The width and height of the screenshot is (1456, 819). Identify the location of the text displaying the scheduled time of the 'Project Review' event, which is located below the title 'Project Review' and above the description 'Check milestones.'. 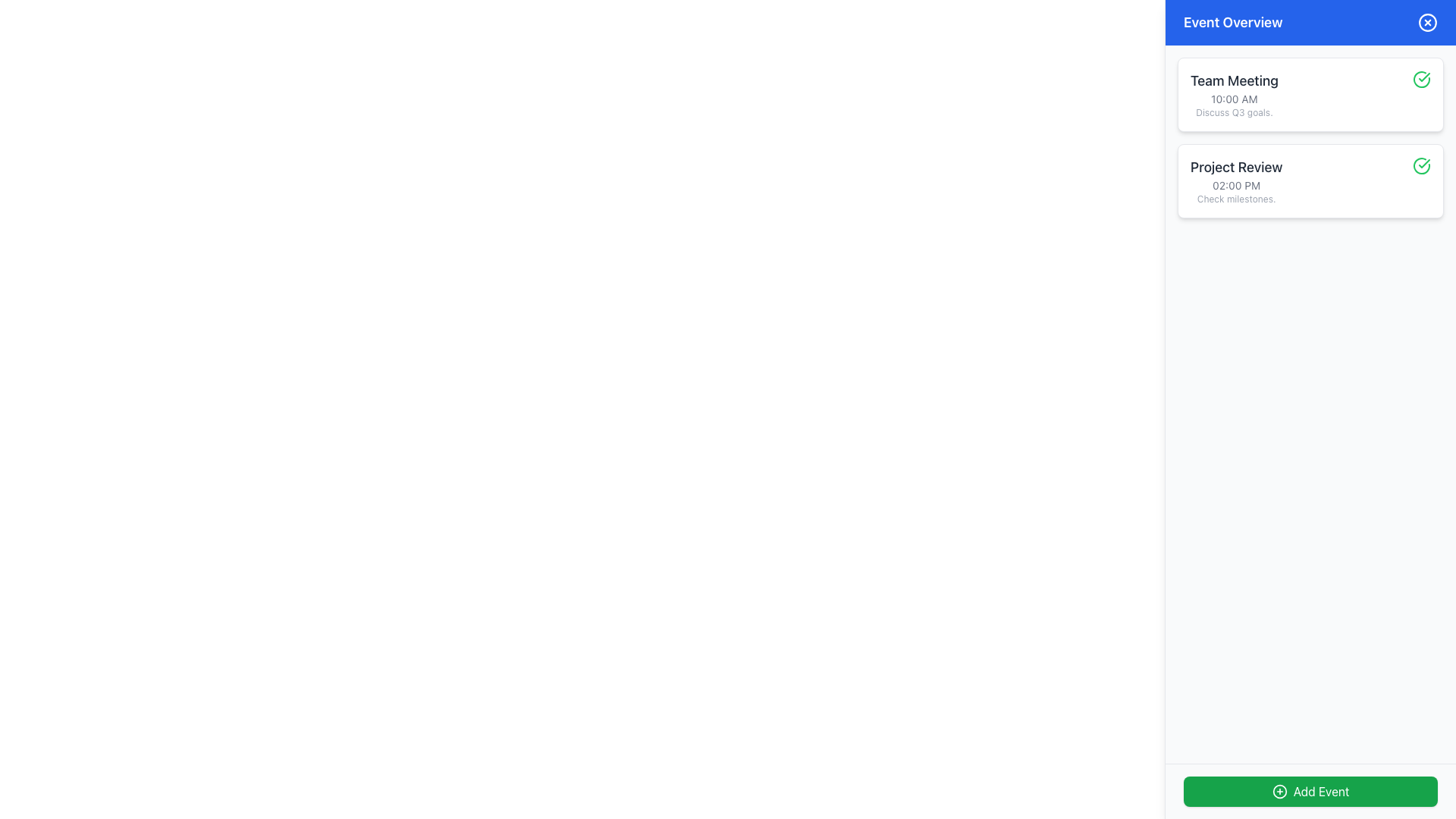
(1236, 185).